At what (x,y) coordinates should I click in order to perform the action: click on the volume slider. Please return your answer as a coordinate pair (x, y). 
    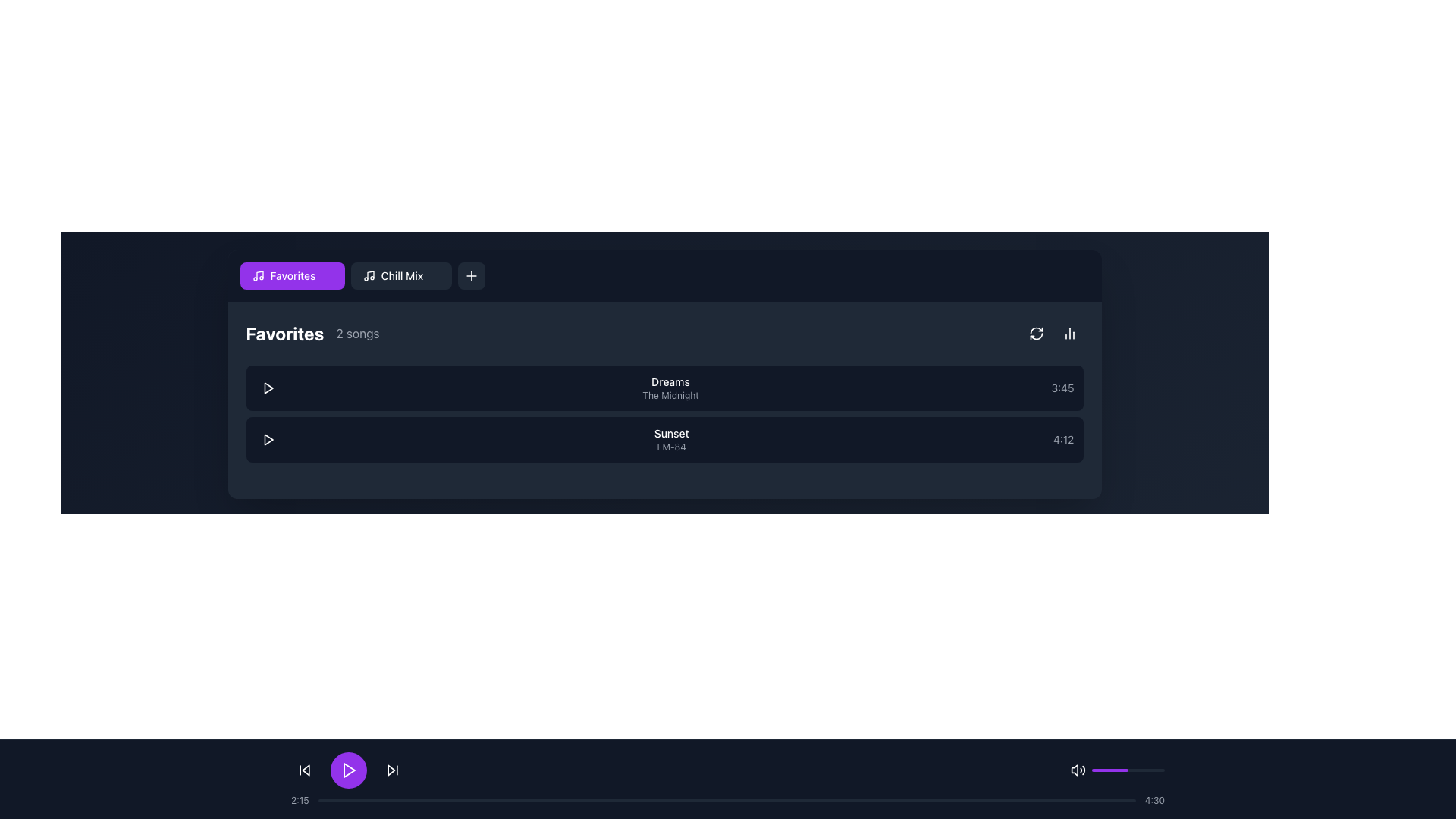
    Looking at the image, I should click on (1109, 770).